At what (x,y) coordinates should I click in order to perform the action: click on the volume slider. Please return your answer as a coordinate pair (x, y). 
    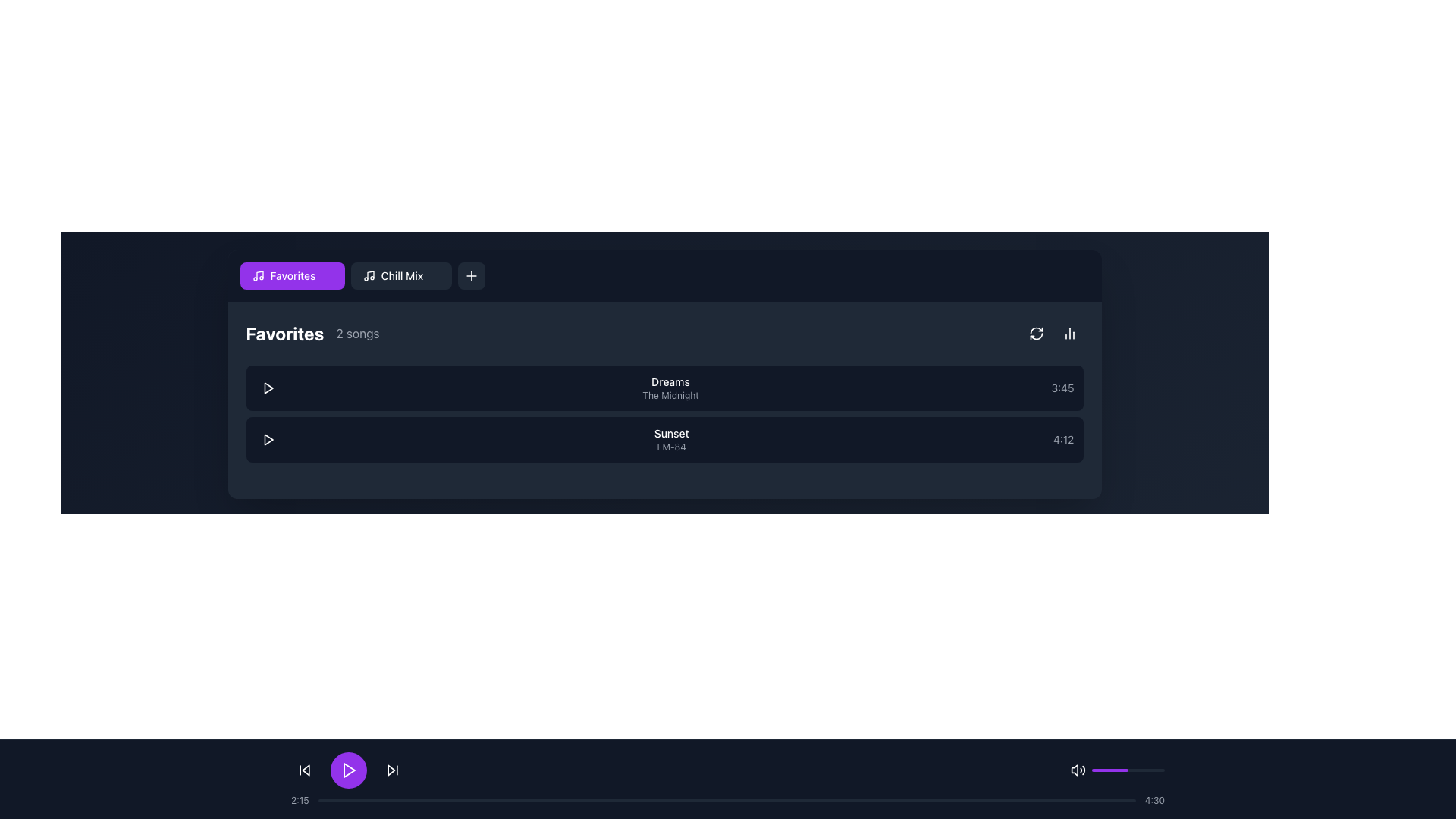
    Looking at the image, I should click on (1109, 770).